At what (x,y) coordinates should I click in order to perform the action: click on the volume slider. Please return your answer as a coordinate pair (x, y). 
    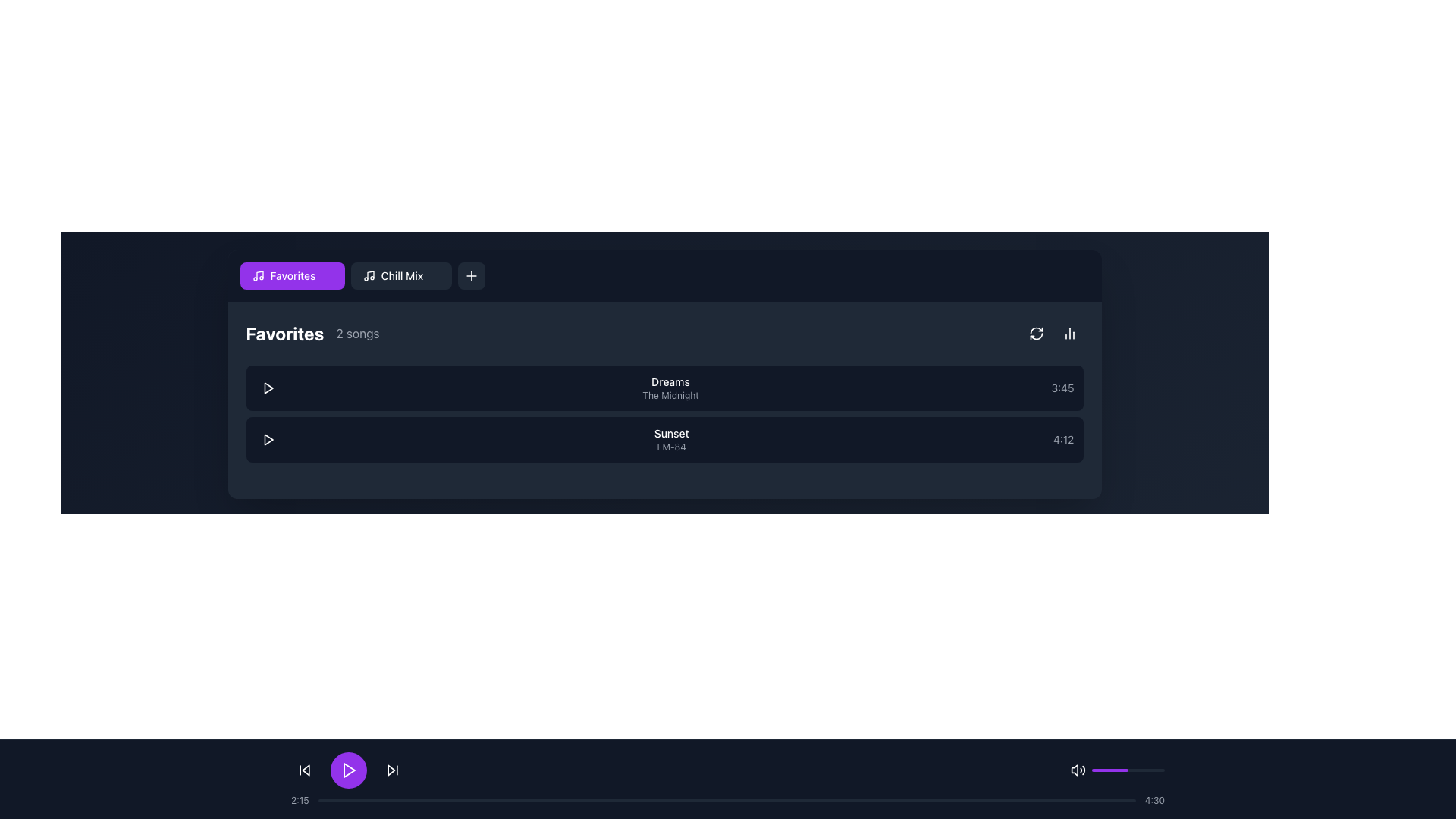
    Looking at the image, I should click on (1109, 770).